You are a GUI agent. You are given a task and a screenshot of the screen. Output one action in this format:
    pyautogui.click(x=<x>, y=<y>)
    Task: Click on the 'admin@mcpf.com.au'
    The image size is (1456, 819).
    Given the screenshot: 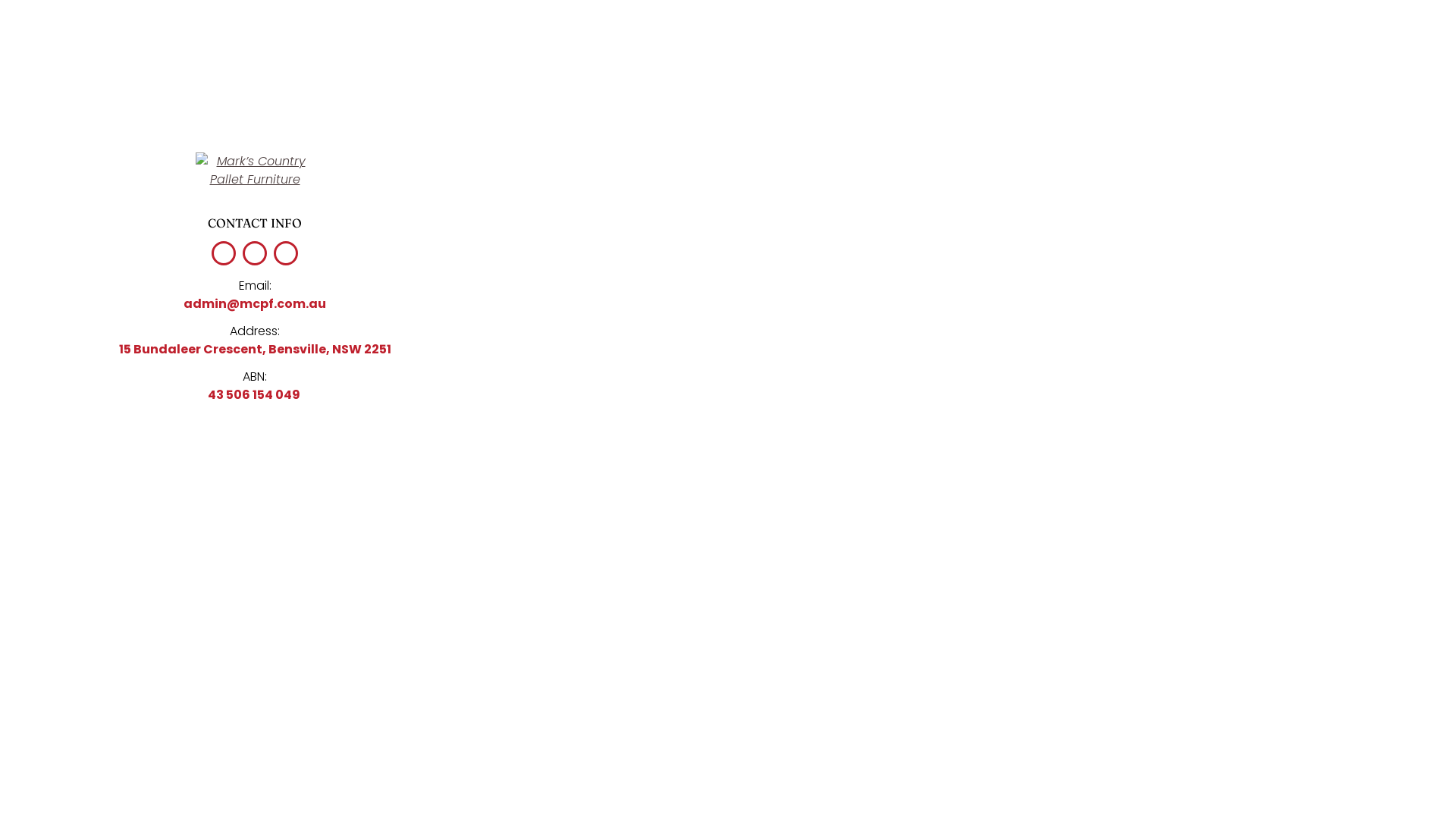 What is the action you would take?
    pyautogui.click(x=255, y=303)
    